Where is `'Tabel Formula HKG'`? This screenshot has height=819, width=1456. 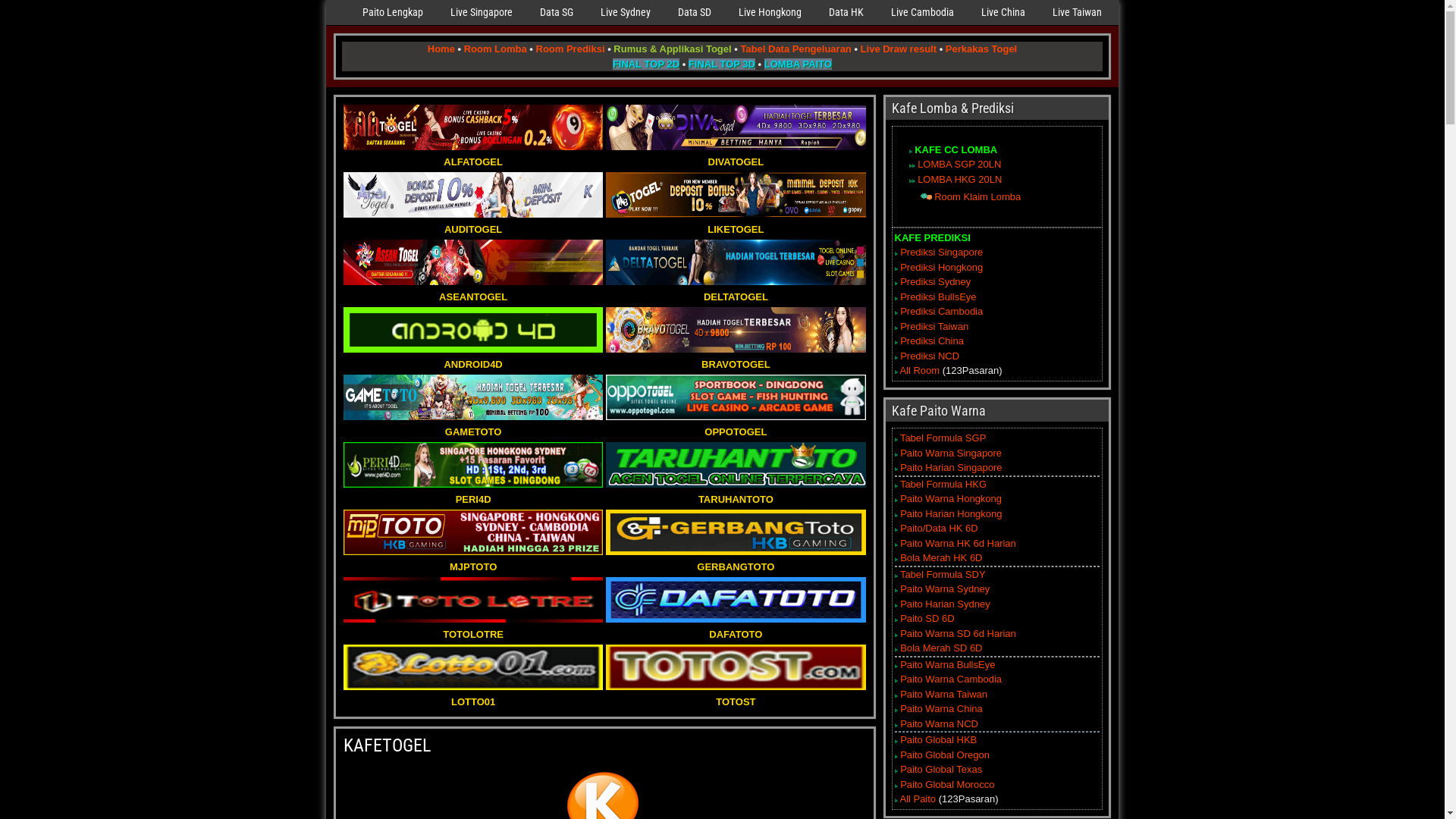 'Tabel Formula HKG' is located at coordinates (899, 484).